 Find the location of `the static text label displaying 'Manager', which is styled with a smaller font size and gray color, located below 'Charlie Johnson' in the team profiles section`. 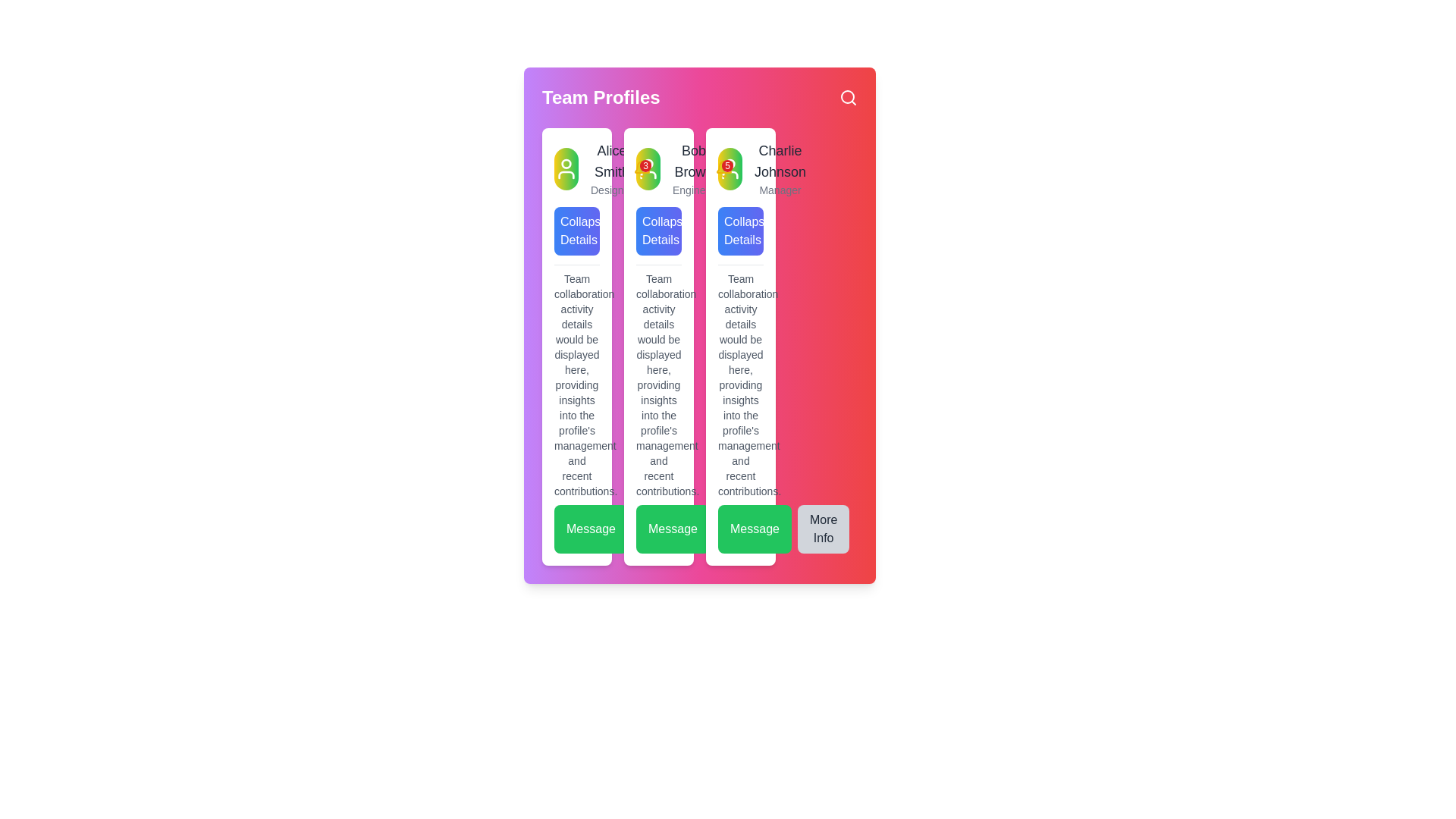

the static text label displaying 'Manager', which is styled with a smaller font size and gray color, located below 'Charlie Johnson' in the team profiles section is located at coordinates (780, 189).